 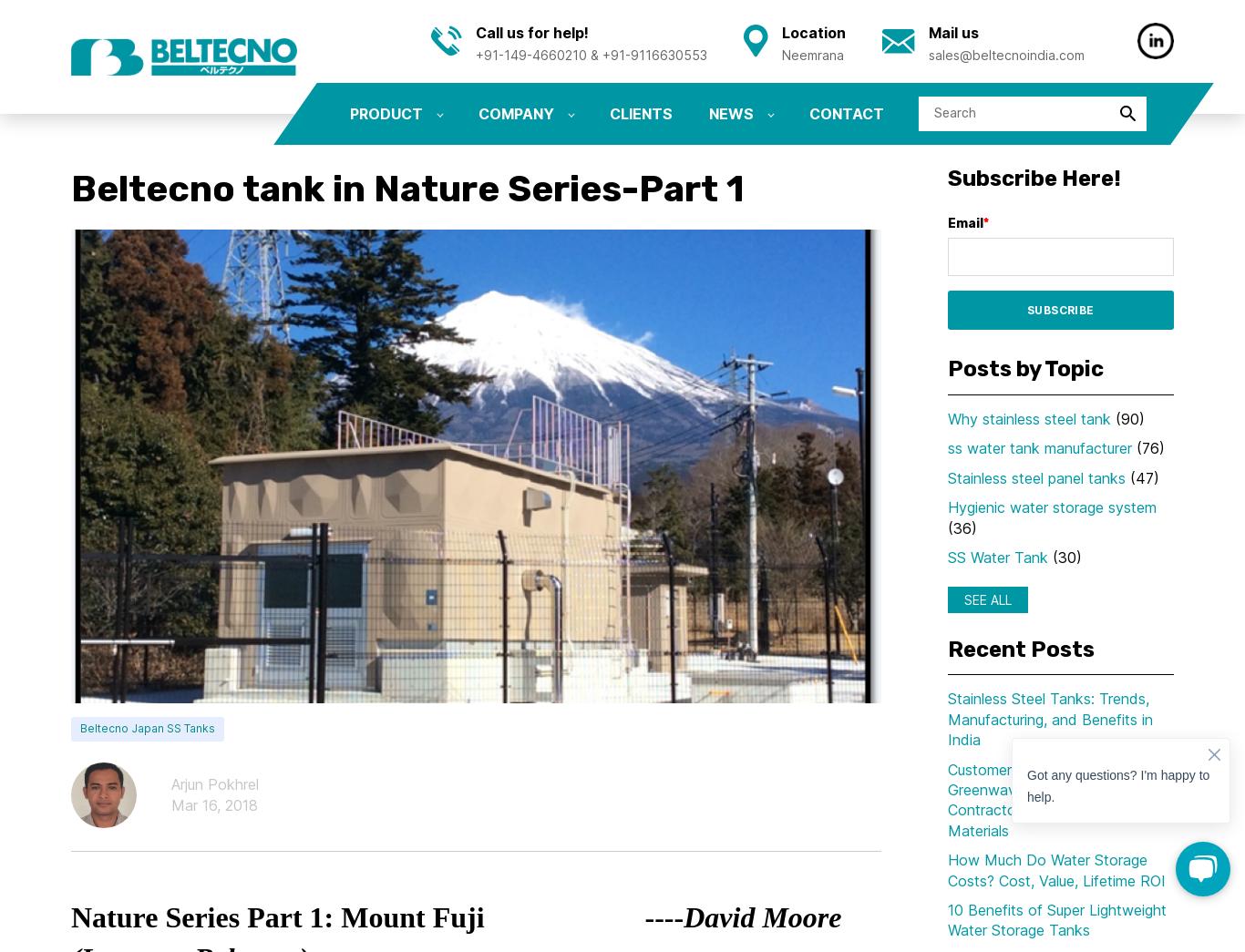 I want to click on 'Customer Testimonial – Greenwave Engineering Pvt. Ltd. Contractor for Construction Materials', so click(x=1057, y=799).